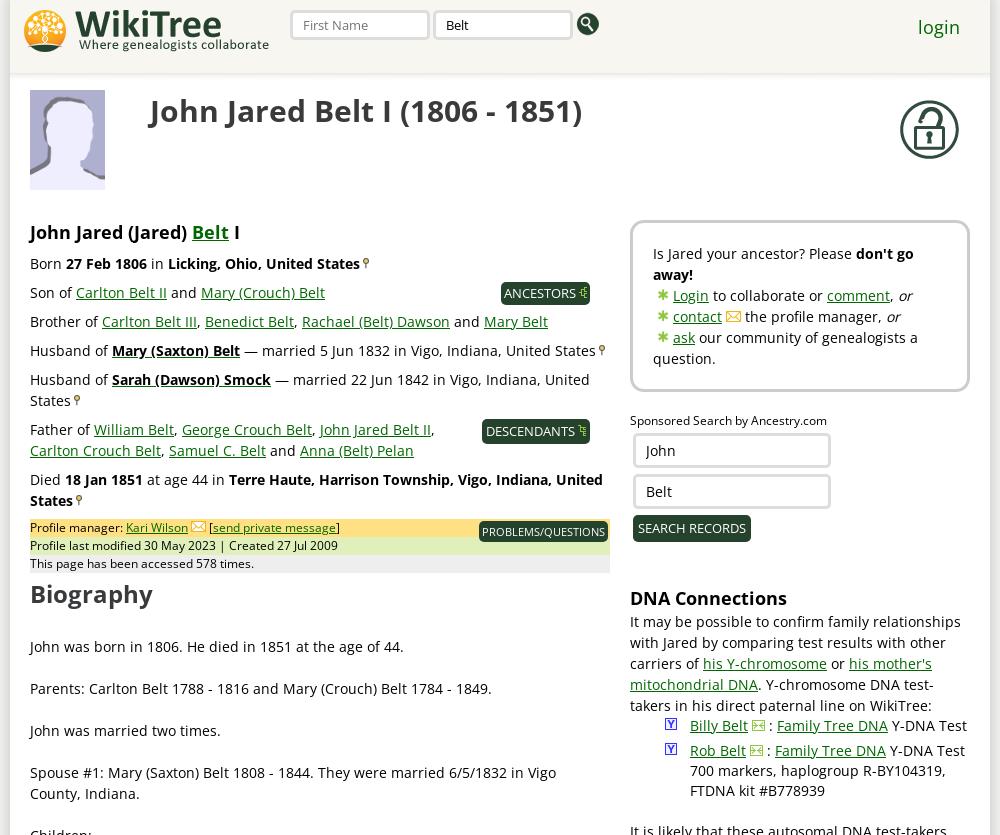 This screenshot has height=835, width=1000. I want to click on 'Profile last modified', so click(86, 545).